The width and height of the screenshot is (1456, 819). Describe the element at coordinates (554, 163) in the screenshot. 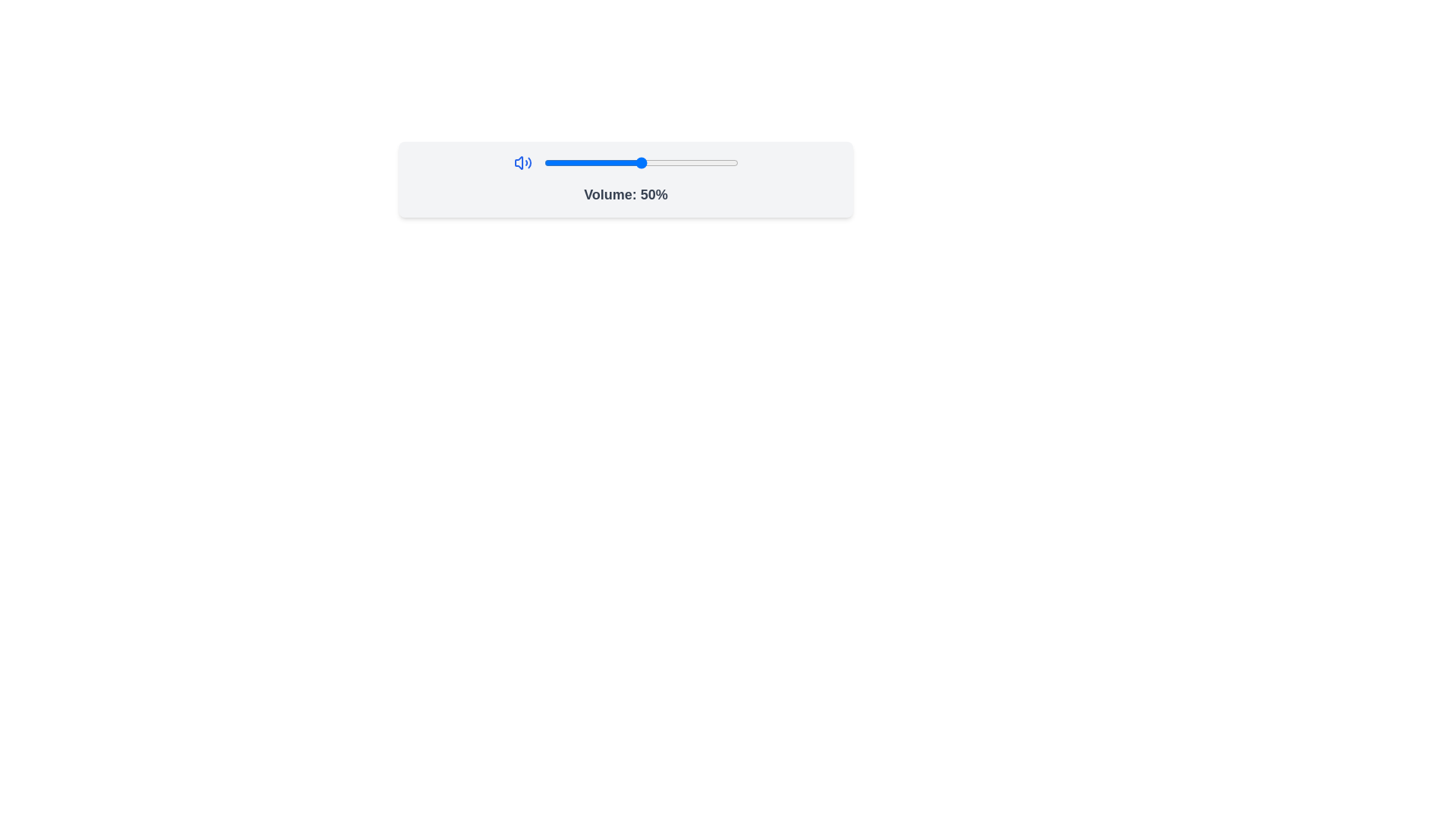

I see `the slider volume` at that location.